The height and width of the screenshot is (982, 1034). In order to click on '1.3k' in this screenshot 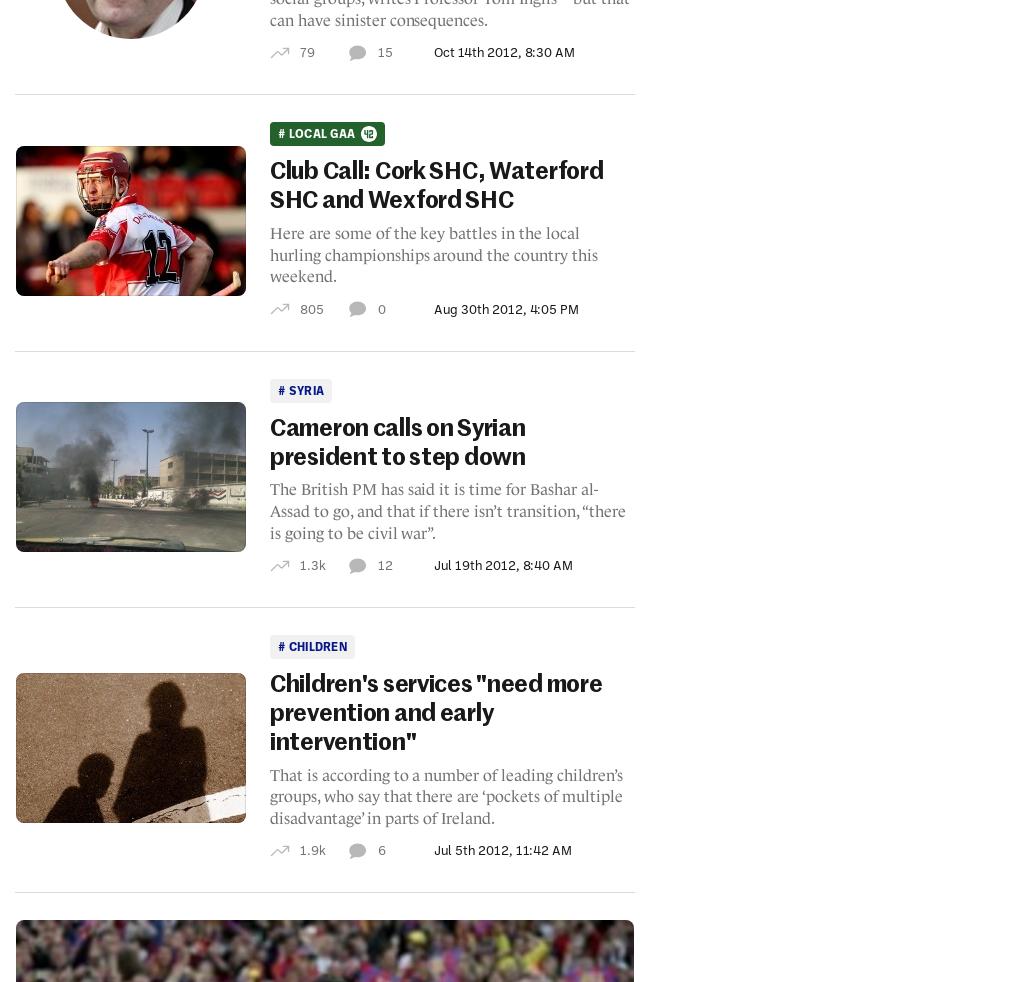, I will do `click(311, 564)`.